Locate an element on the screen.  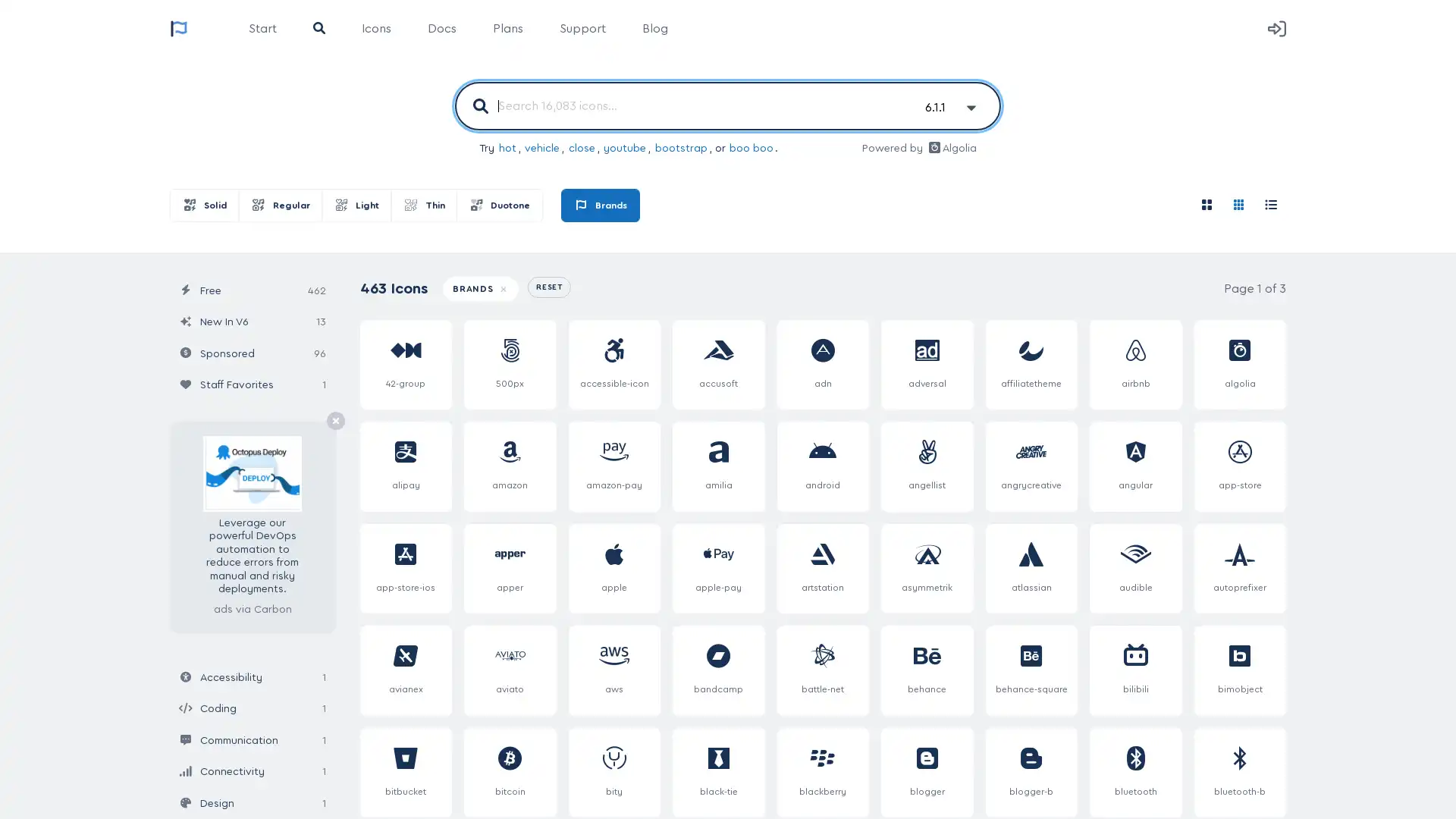
accusoft is located at coordinates (717, 375).